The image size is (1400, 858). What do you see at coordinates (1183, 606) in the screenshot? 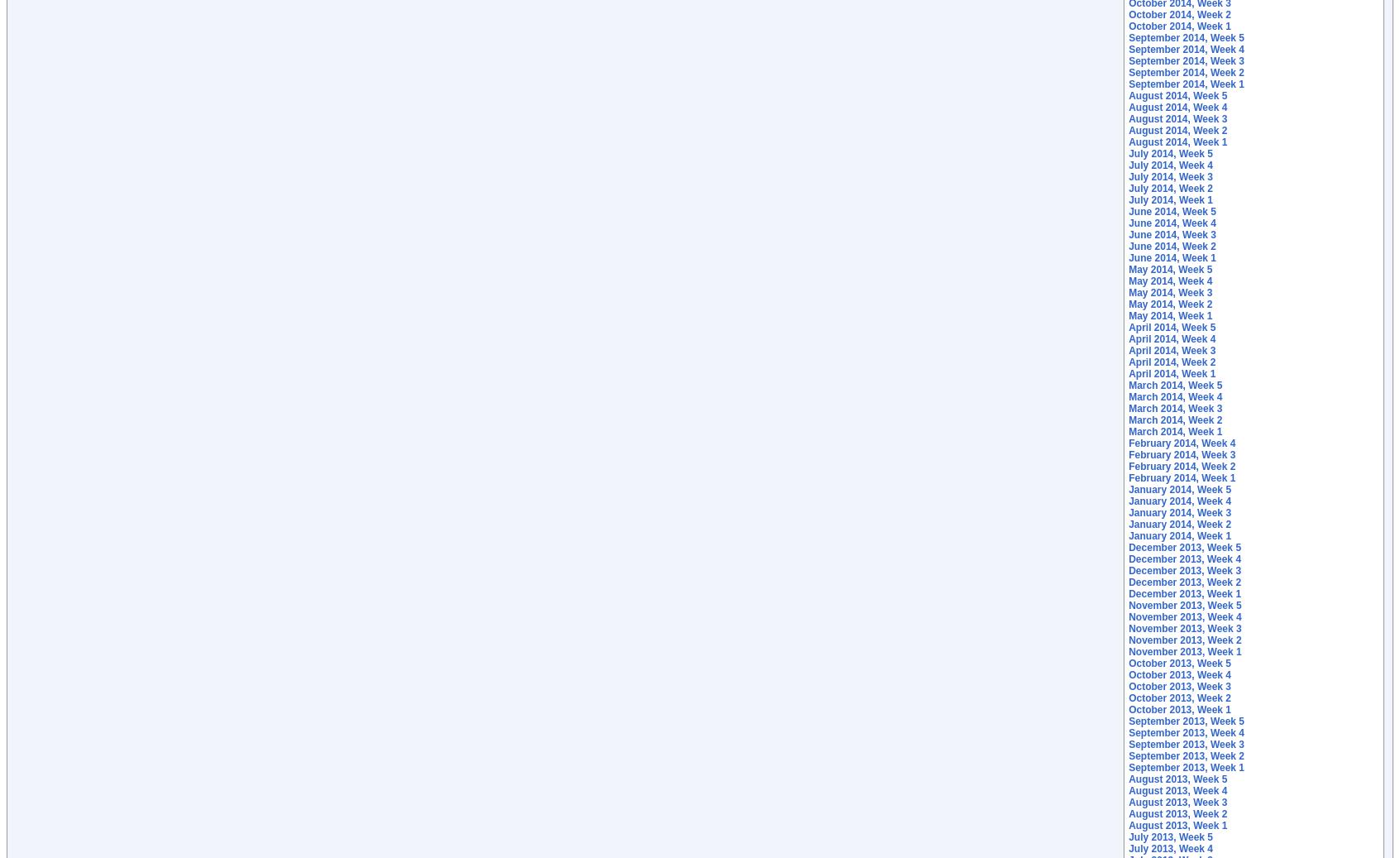
I see `'November 2013, Week 5'` at bounding box center [1183, 606].